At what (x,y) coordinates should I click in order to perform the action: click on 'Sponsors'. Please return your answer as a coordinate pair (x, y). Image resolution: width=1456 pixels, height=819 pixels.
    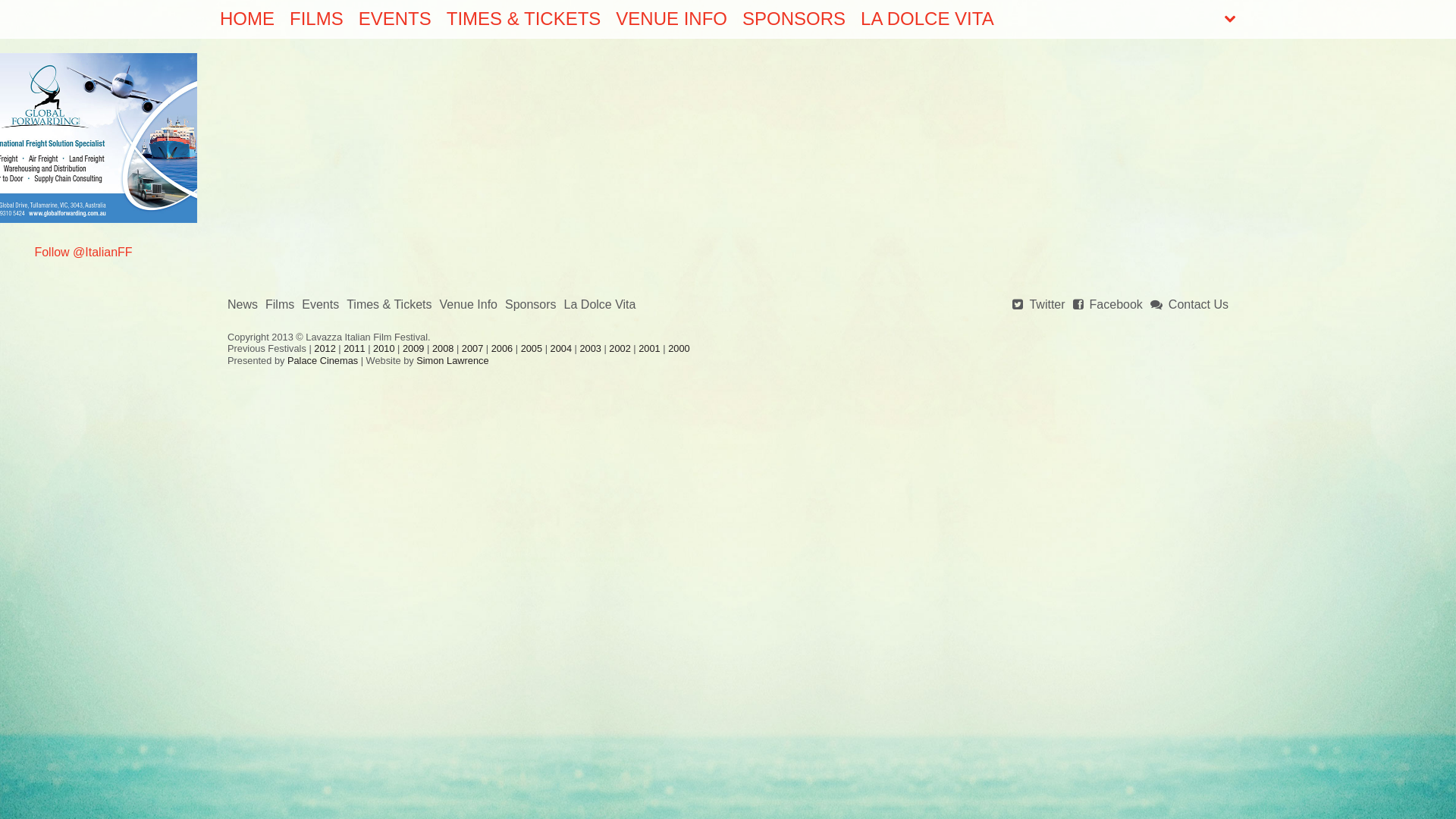
    Looking at the image, I should click on (531, 305).